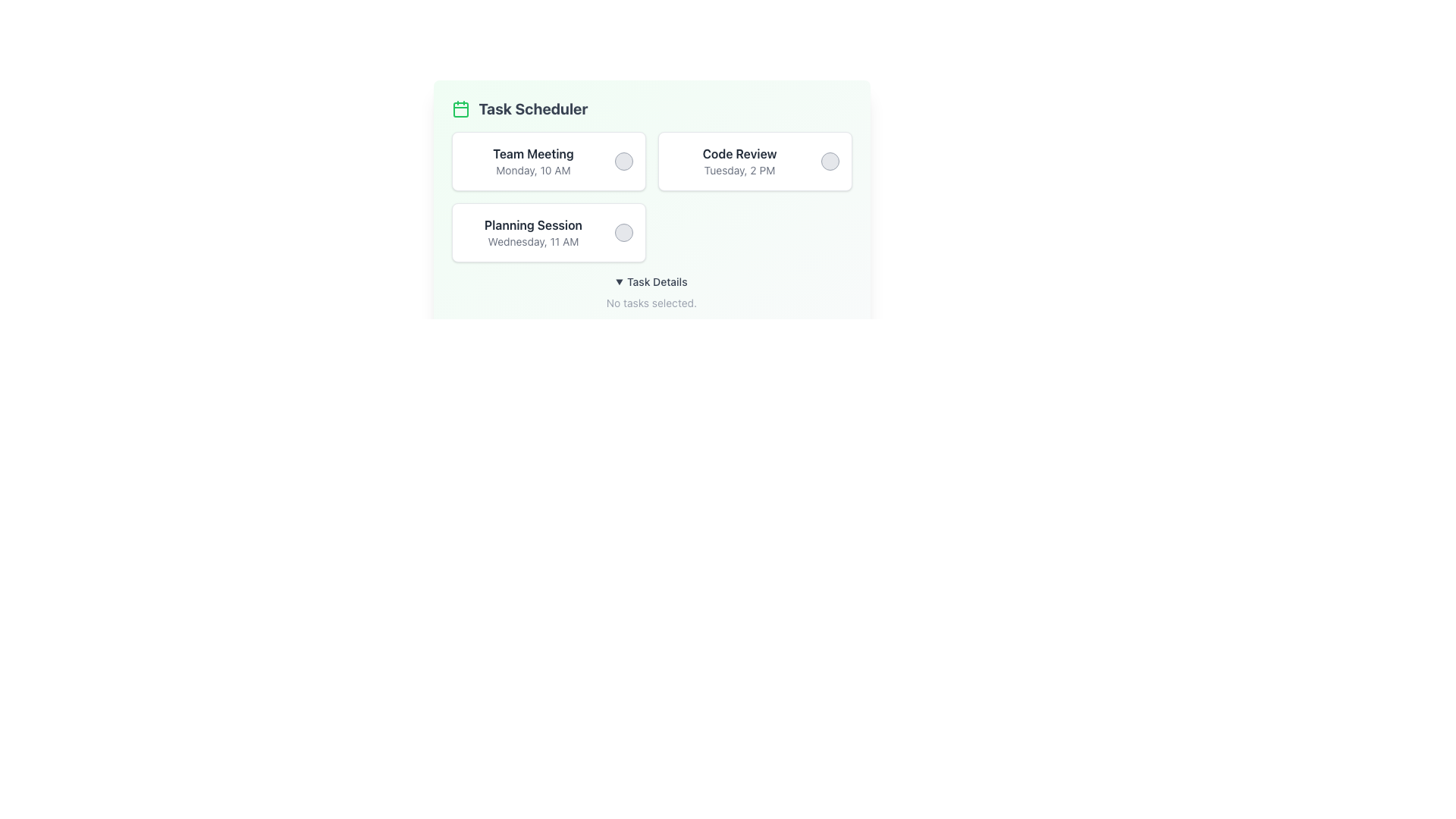 This screenshot has width=1456, height=819. Describe the element at coordinates (739, 161) in the screenshot. I see `the 'Code Review' textual label element, which features a bold black heading and a lighter gray subtitle, located in a card-style item in the list` at that location.